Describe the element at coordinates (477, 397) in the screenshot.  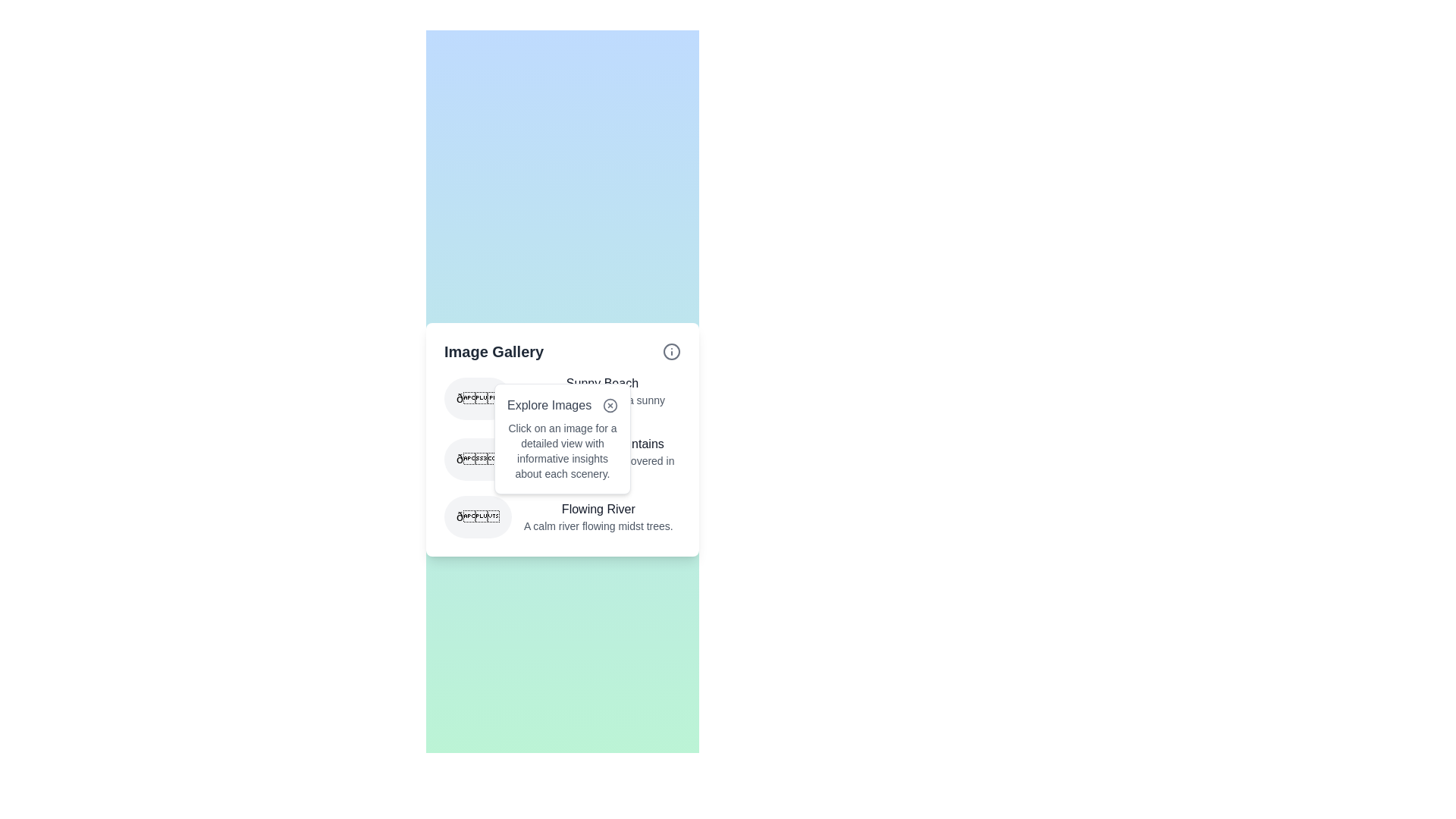
I see `the 'Sunny Beach' icon, which is located on the left side of the text description in the gallery component` at that location.